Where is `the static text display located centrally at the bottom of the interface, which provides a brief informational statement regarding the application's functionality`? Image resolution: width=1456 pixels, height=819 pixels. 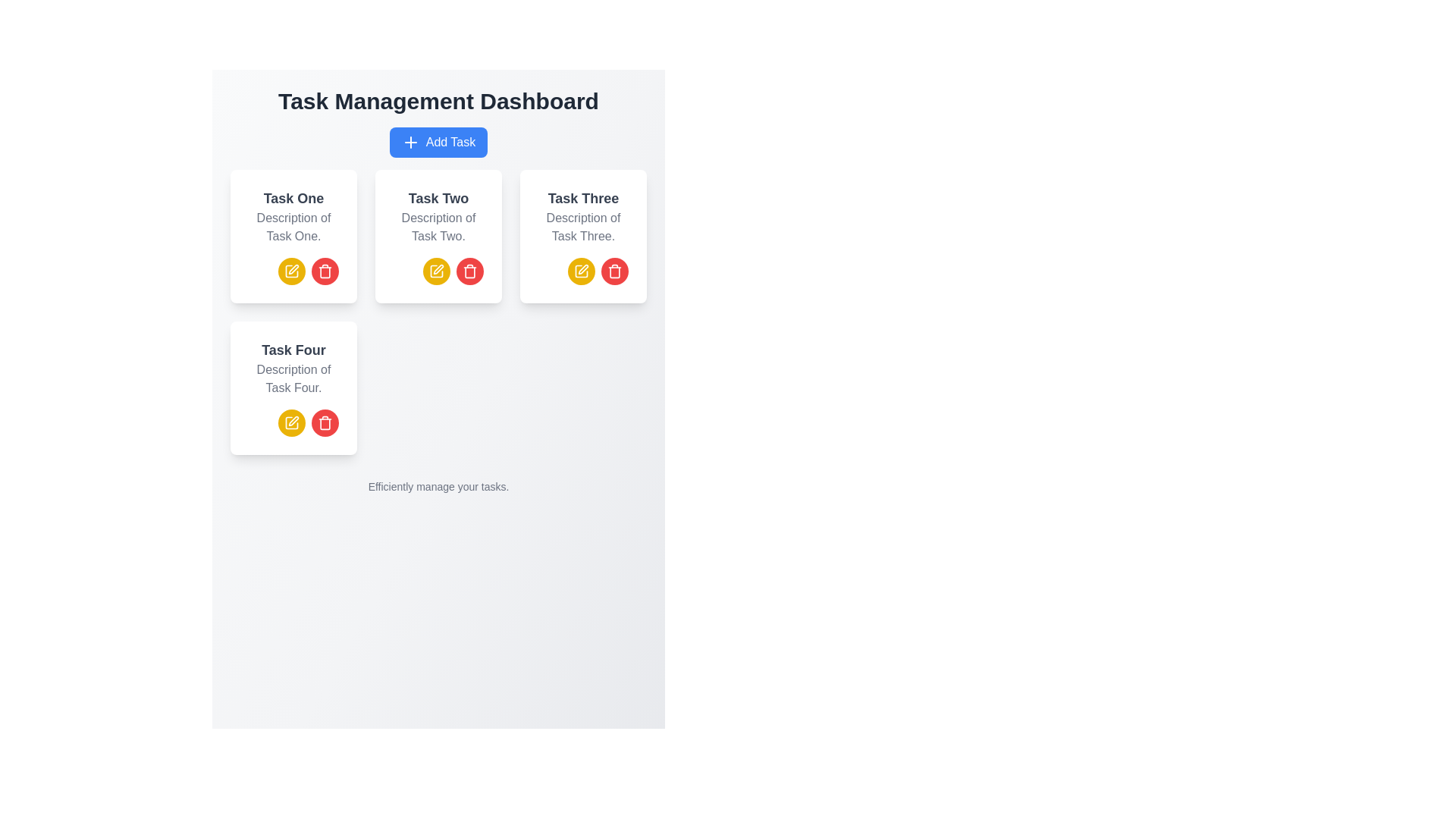 the static text display located centrally at the bottom of the interface, which provides a brief informational statement regarding the application's functionality is located at coordinates (438, 486).